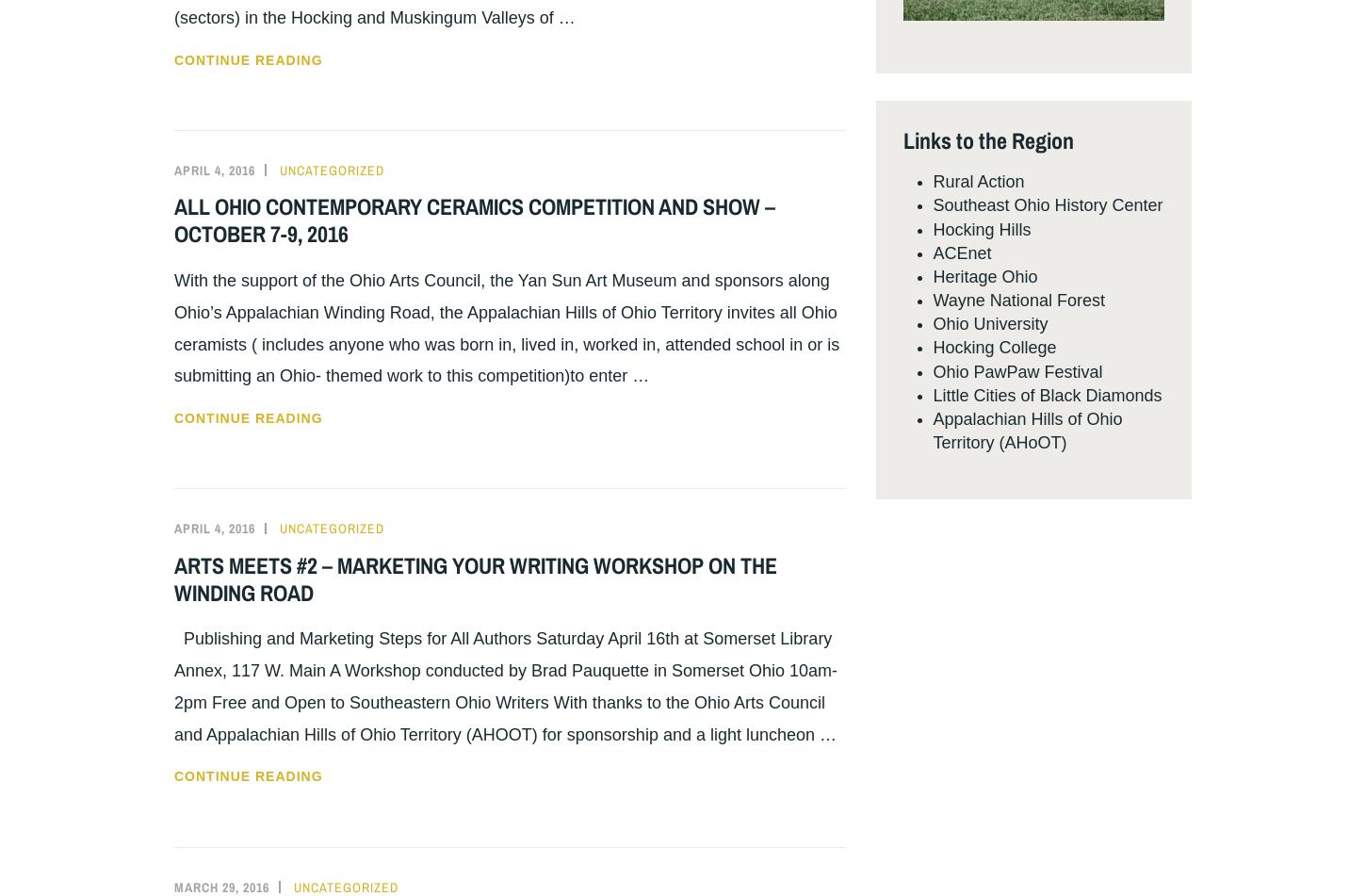  Describe the element at coordinates (978, 181) in the screenshot. I see `'Rural Action'` at that location.